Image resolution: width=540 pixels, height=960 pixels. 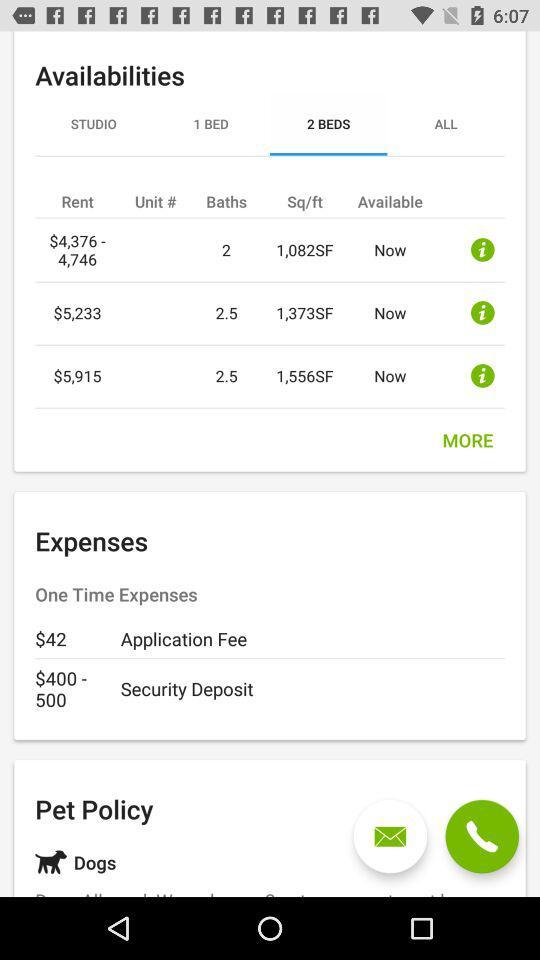 I want to click on the email icon, so click(x=390, y=836).